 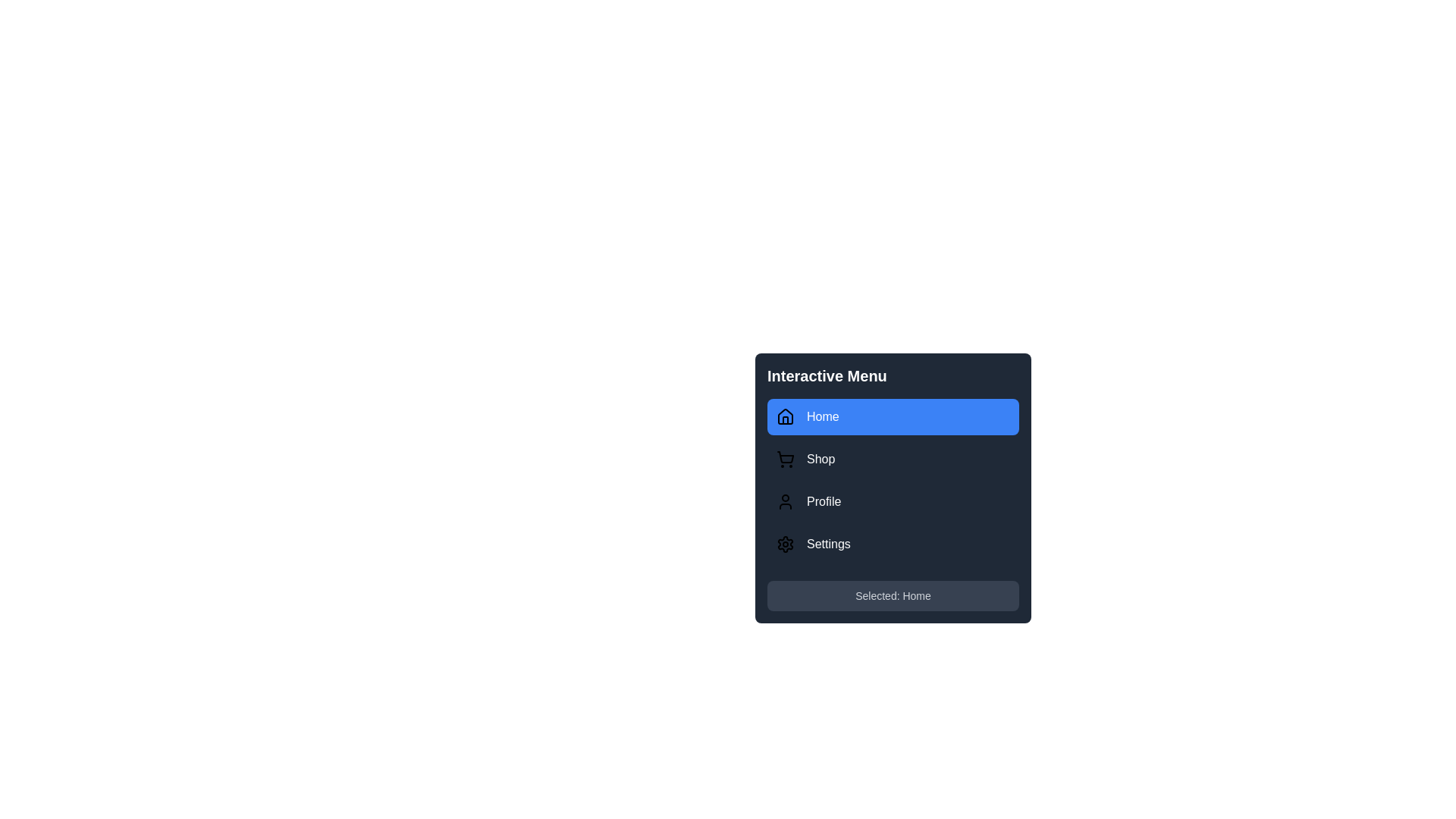 What do you see at coordinates (893, 417) in the screenshot?
I see `the navigation button at the top of the vertical menu list` at bounding box center [893, 417].